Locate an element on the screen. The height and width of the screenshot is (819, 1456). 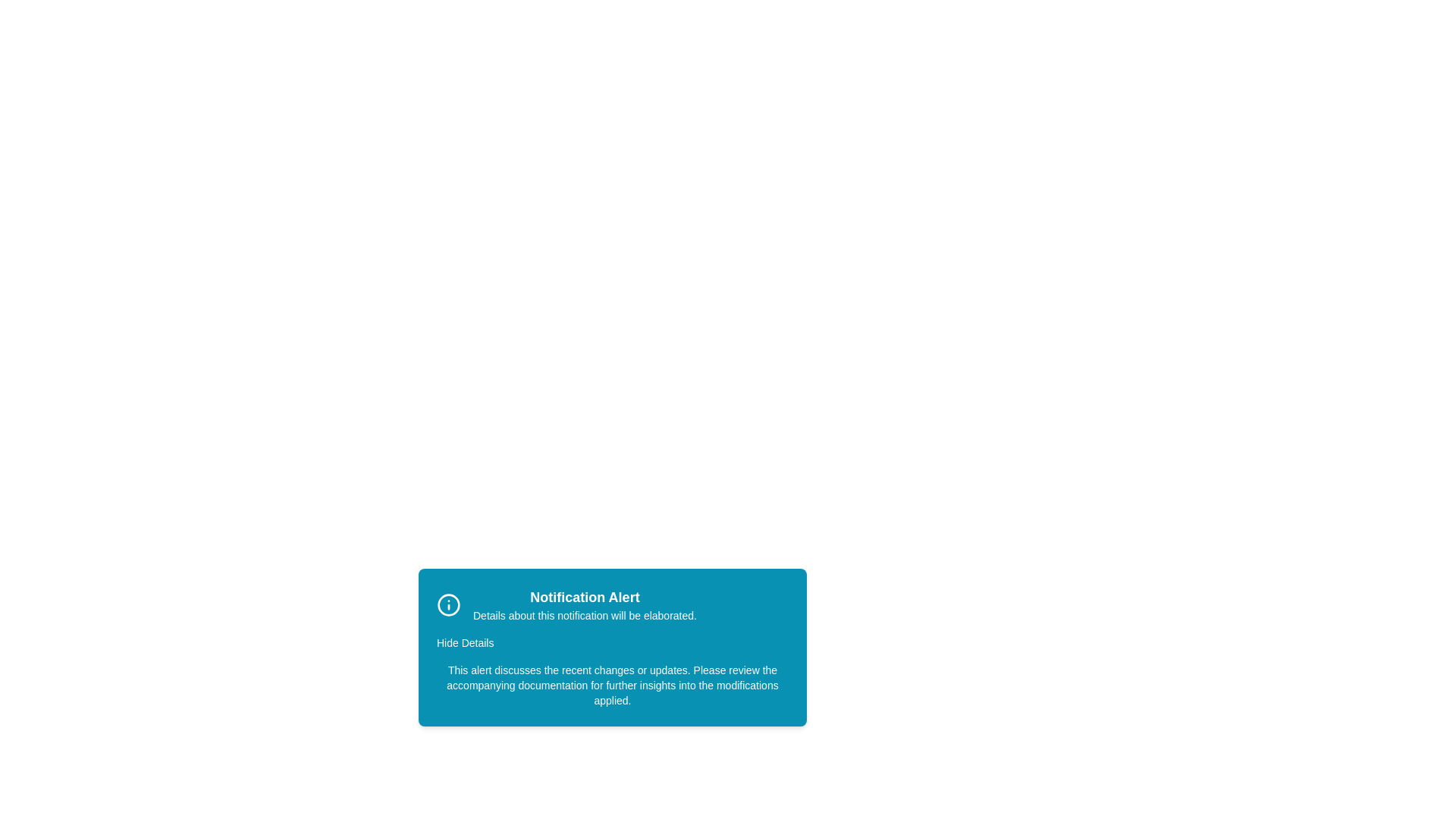
'Hide Details' button to toggle the visibility of additional information is located at coordinates (464, 643).